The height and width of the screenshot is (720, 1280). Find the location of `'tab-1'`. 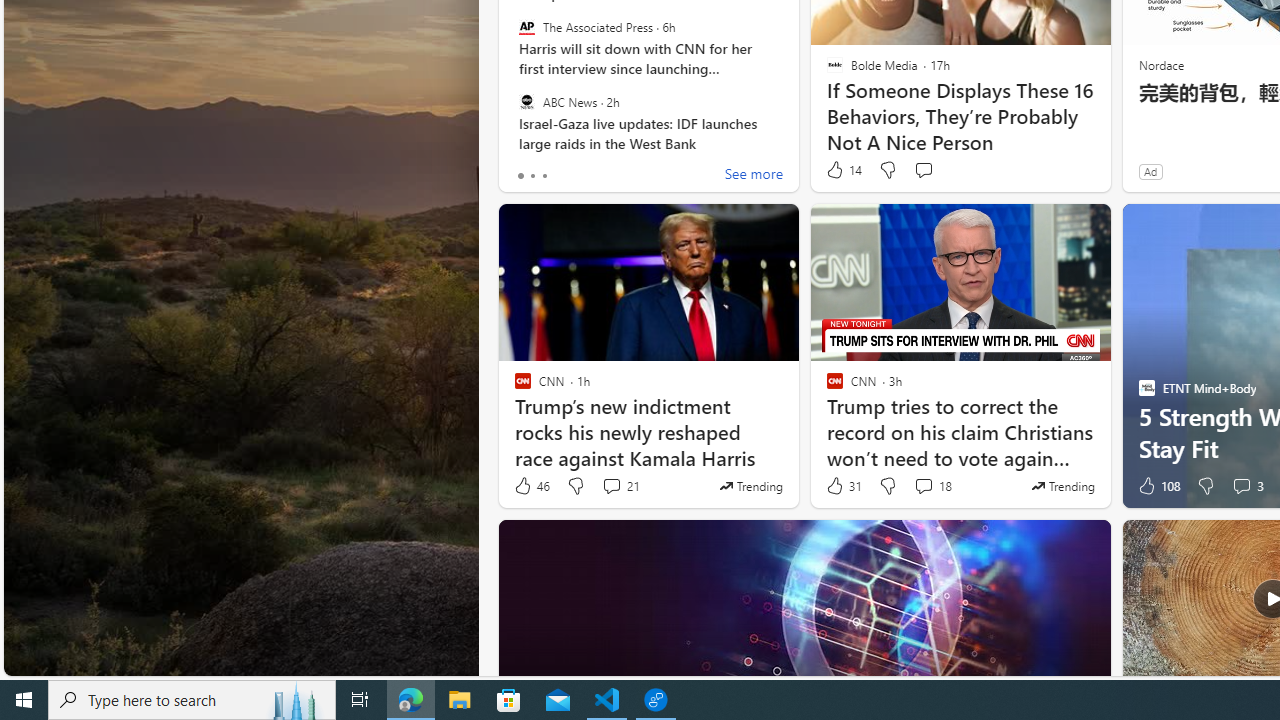

'tab-1' is located at coordinates (532, 175).